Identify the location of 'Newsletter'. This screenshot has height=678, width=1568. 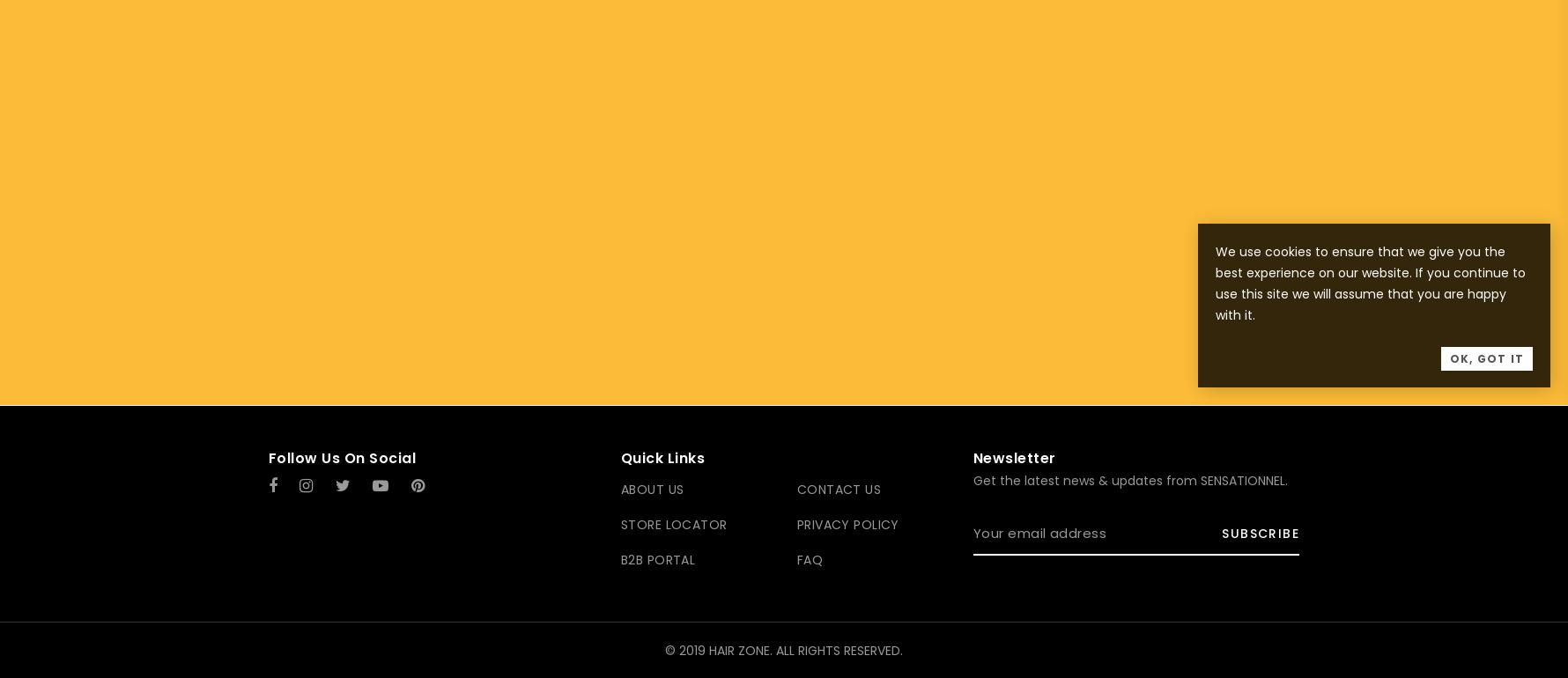
(972, 458).